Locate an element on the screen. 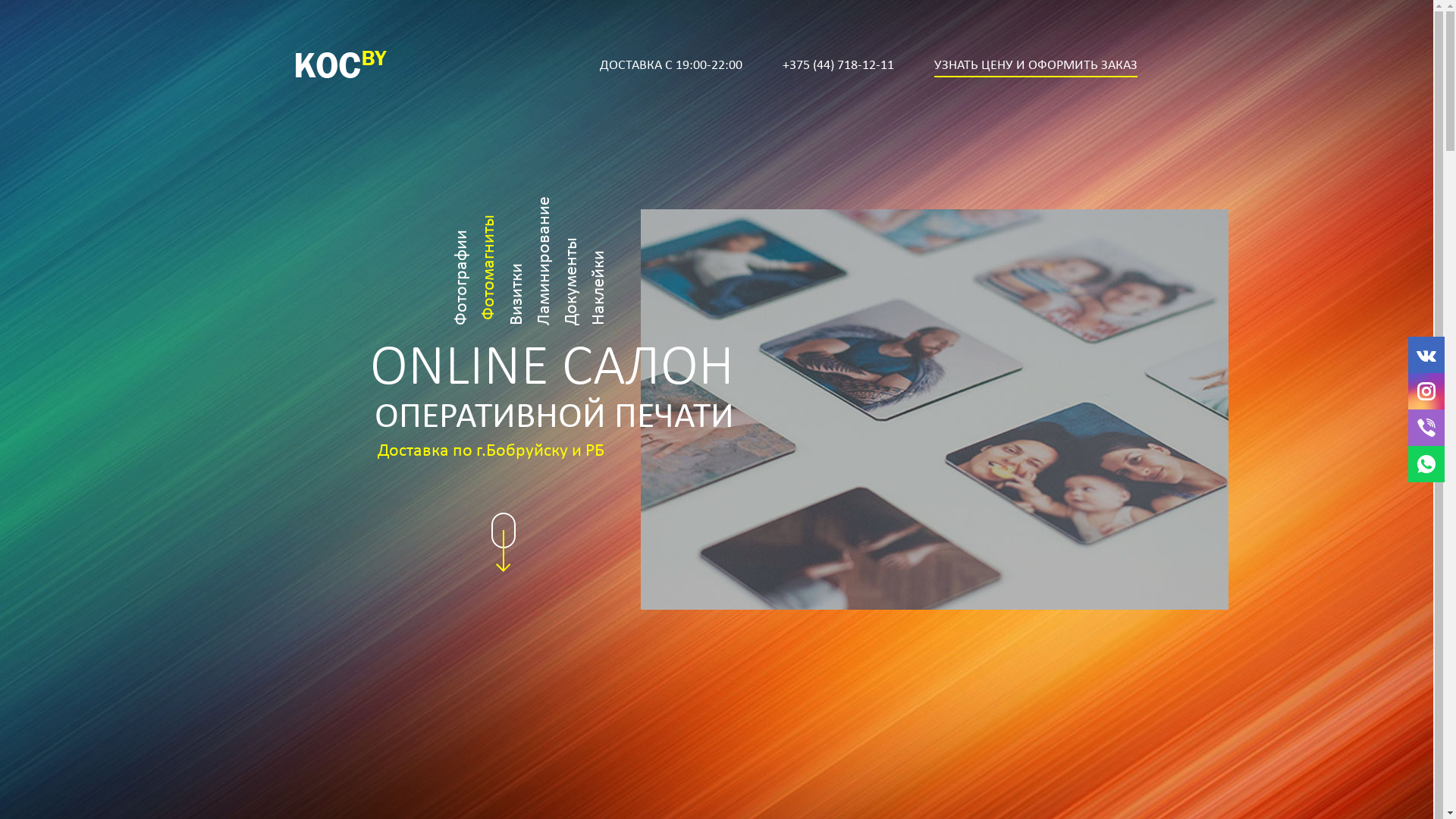 Image resolution: width=1456 pixels, height=819 pixels. '+375 (44) 718-12-11' is located at coordinates (837, 65).